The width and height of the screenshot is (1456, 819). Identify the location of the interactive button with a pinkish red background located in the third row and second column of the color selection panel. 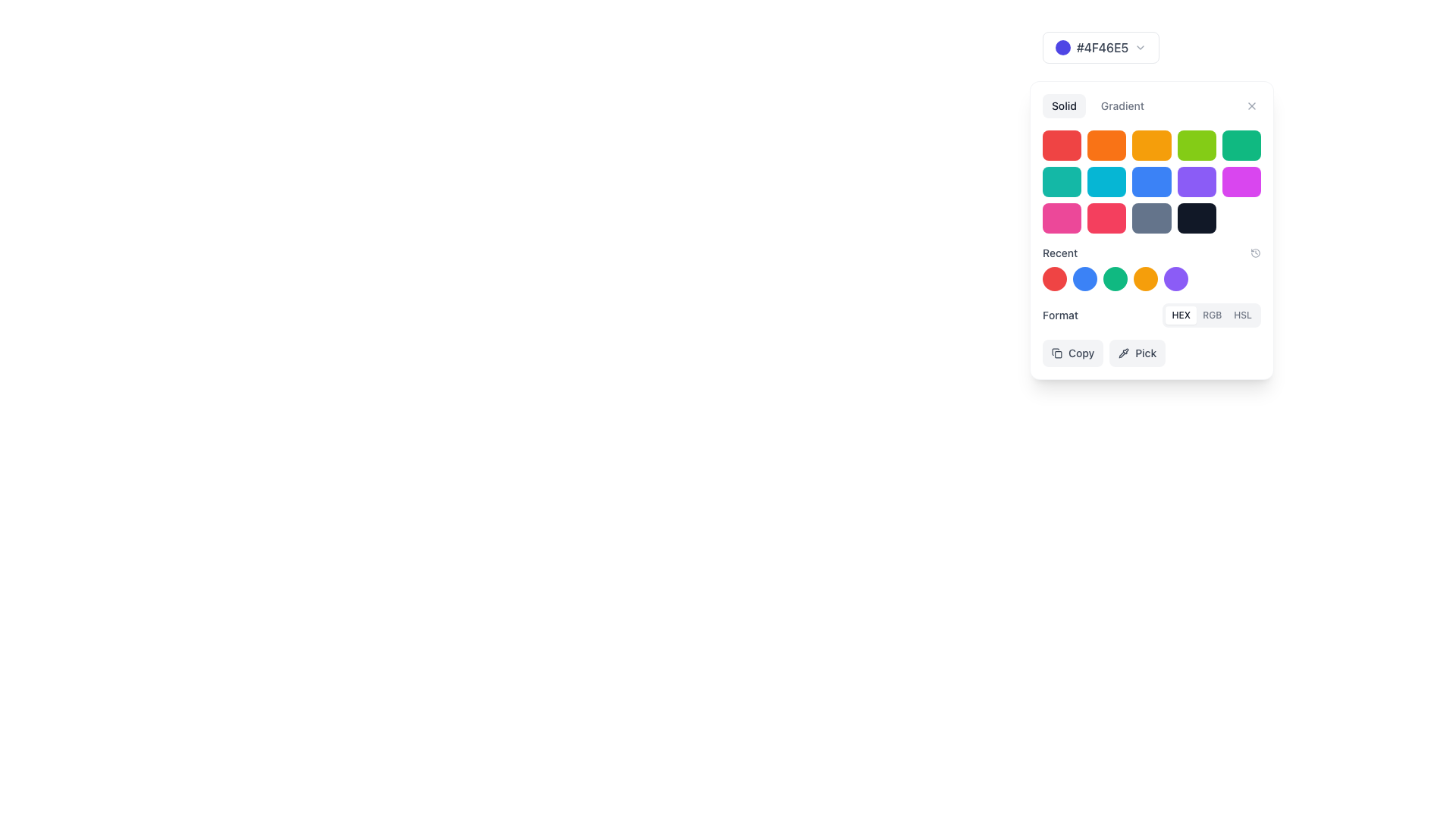
(1106, 218).